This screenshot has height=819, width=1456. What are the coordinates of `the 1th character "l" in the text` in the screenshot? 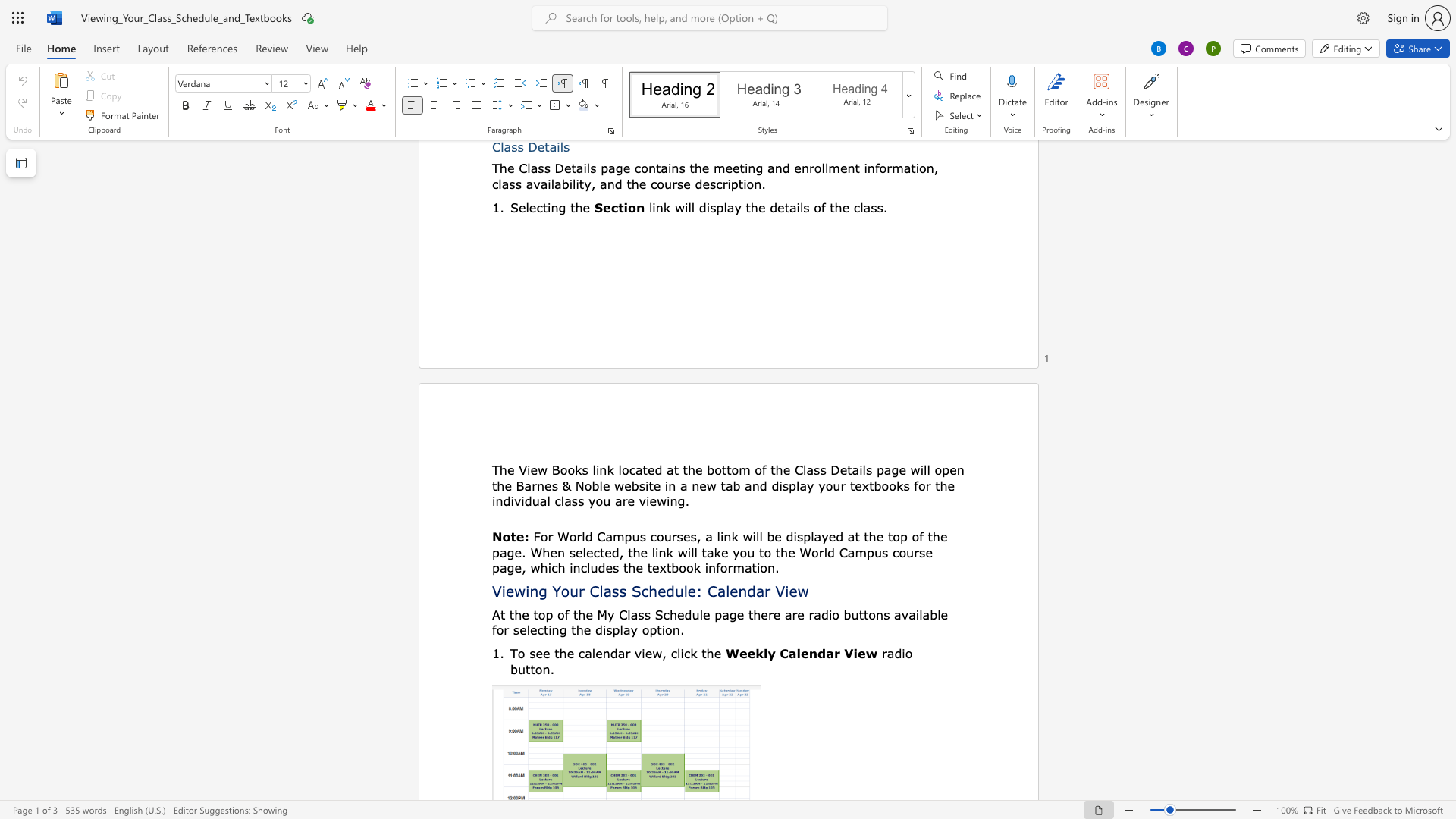 It's located at (592, 652).